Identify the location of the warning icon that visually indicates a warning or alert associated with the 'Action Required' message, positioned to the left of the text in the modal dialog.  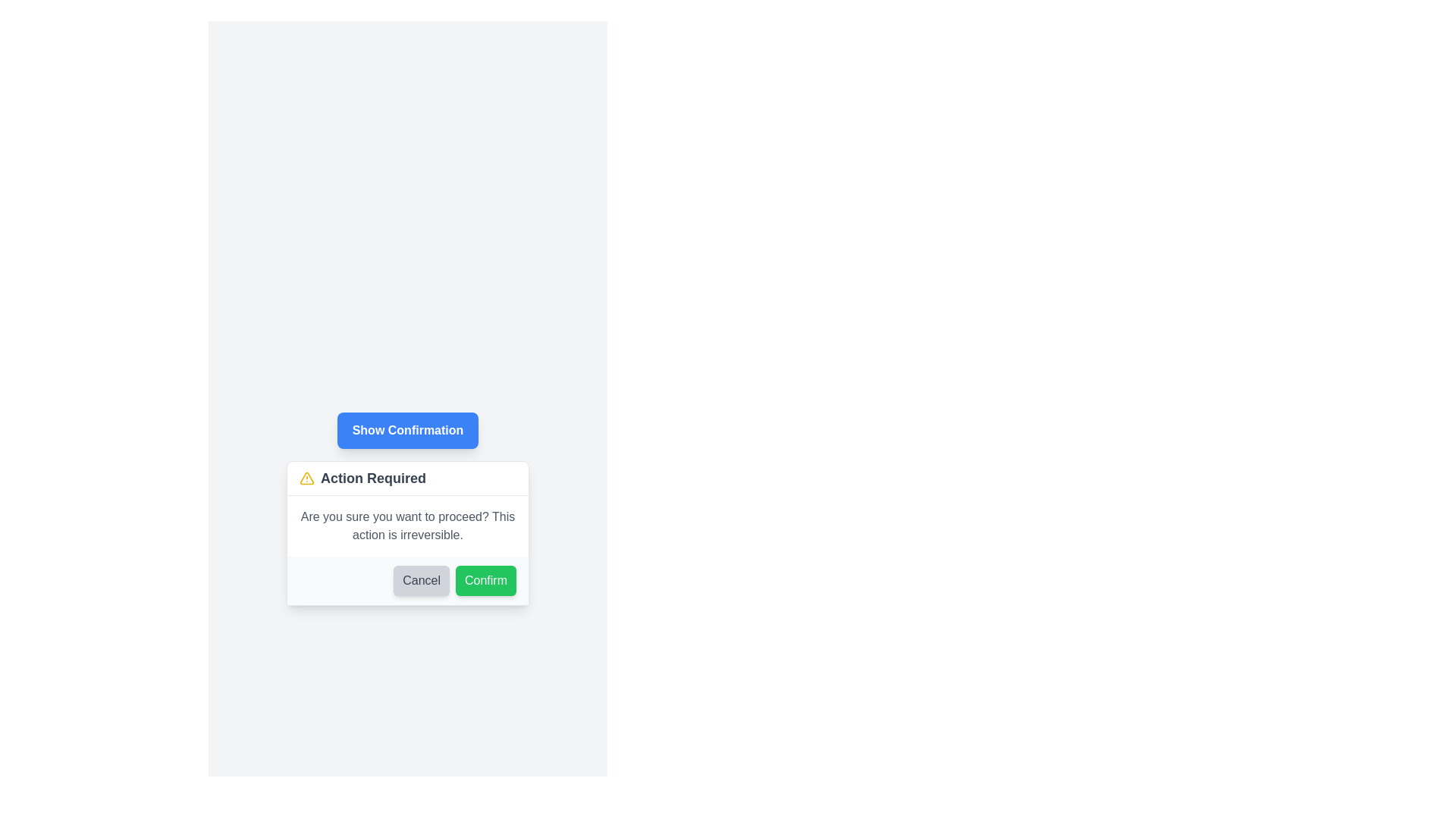
(306, 479).